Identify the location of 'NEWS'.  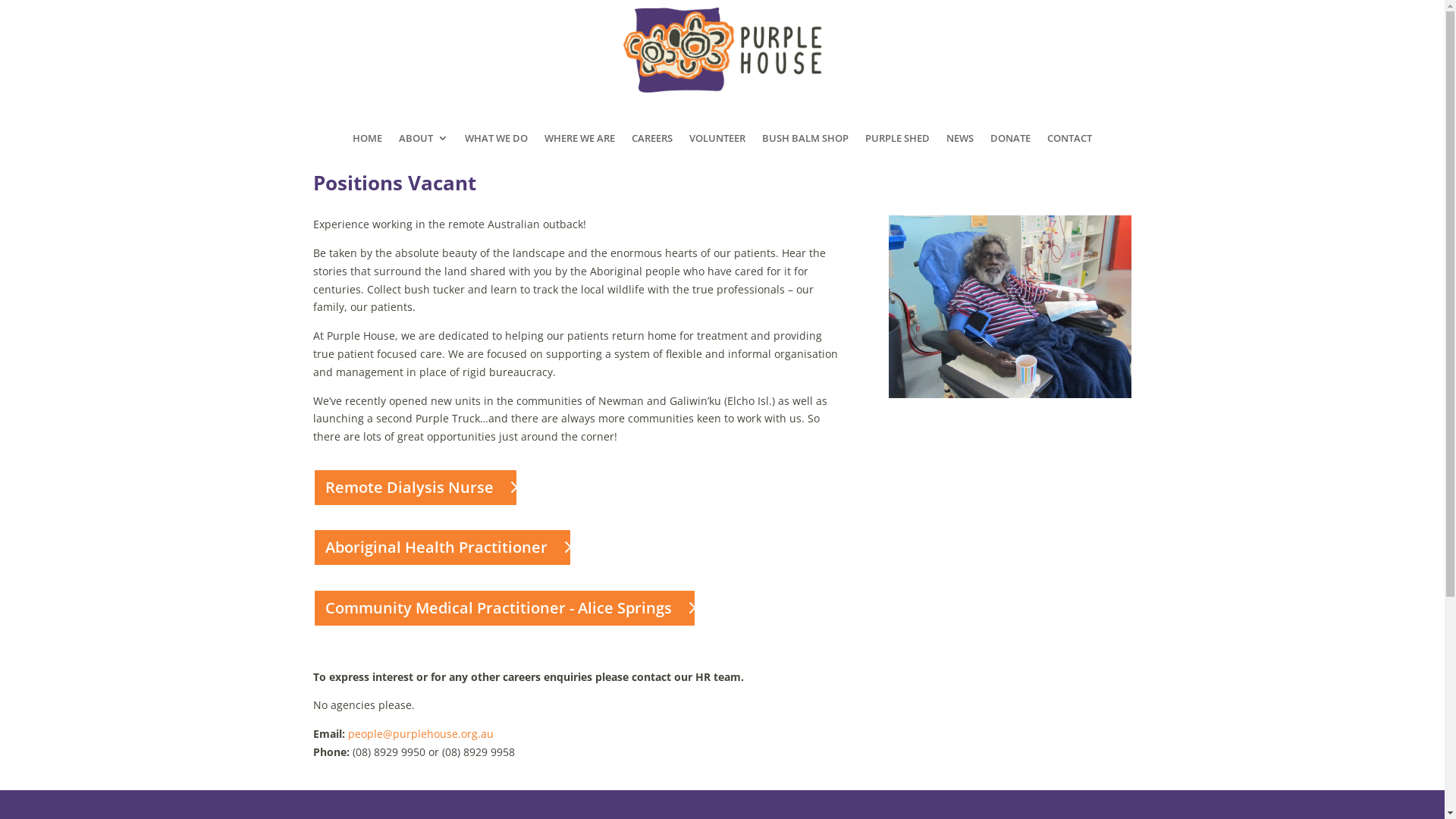
(959, 149).